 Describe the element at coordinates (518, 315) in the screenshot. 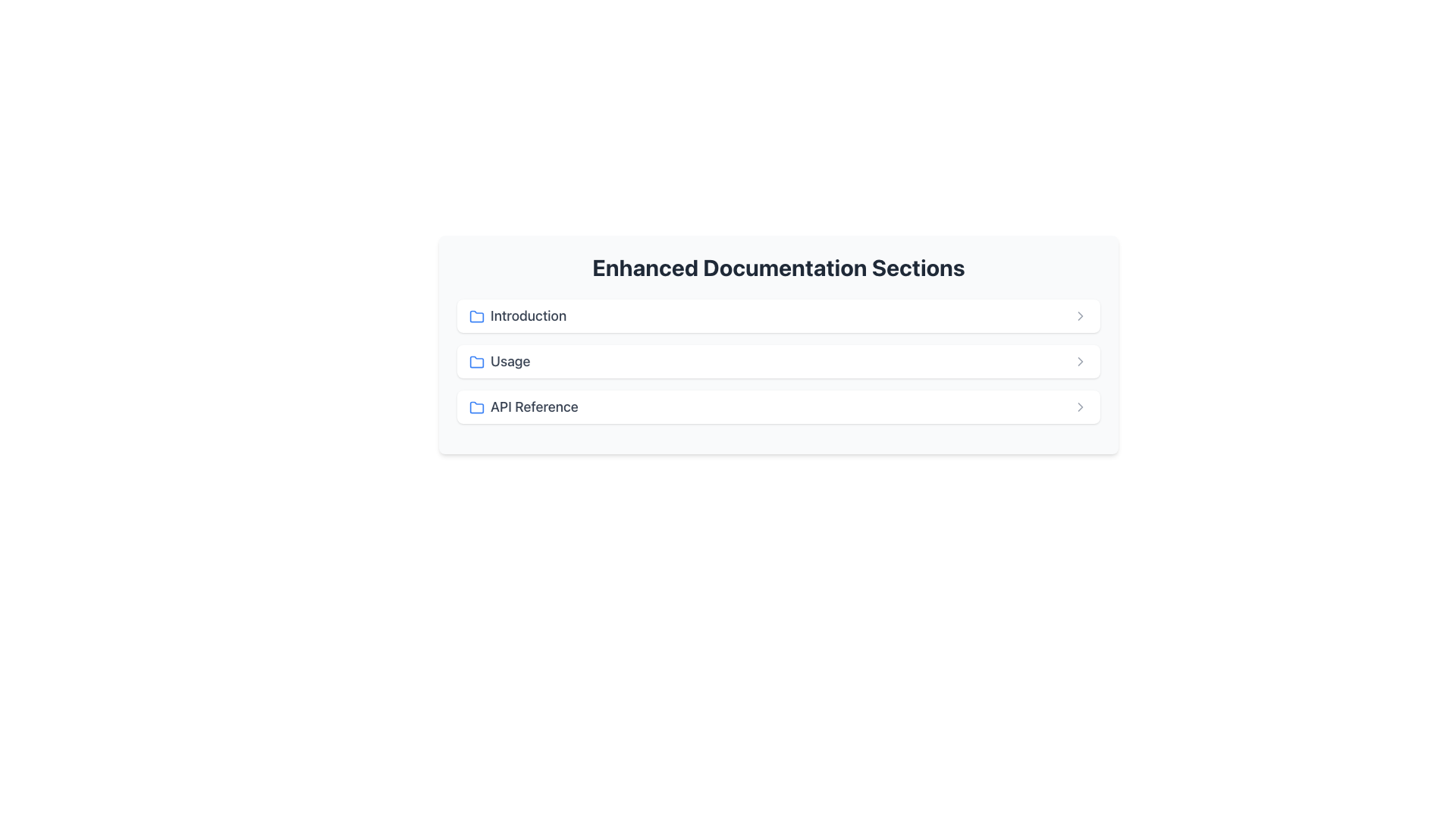

I see `the 'Introduction' text label, which is the first item in the list and is styled in a larger font size with gray color, positioned within a white card beneath 'Enhanced Documentation Sections'` at that location.